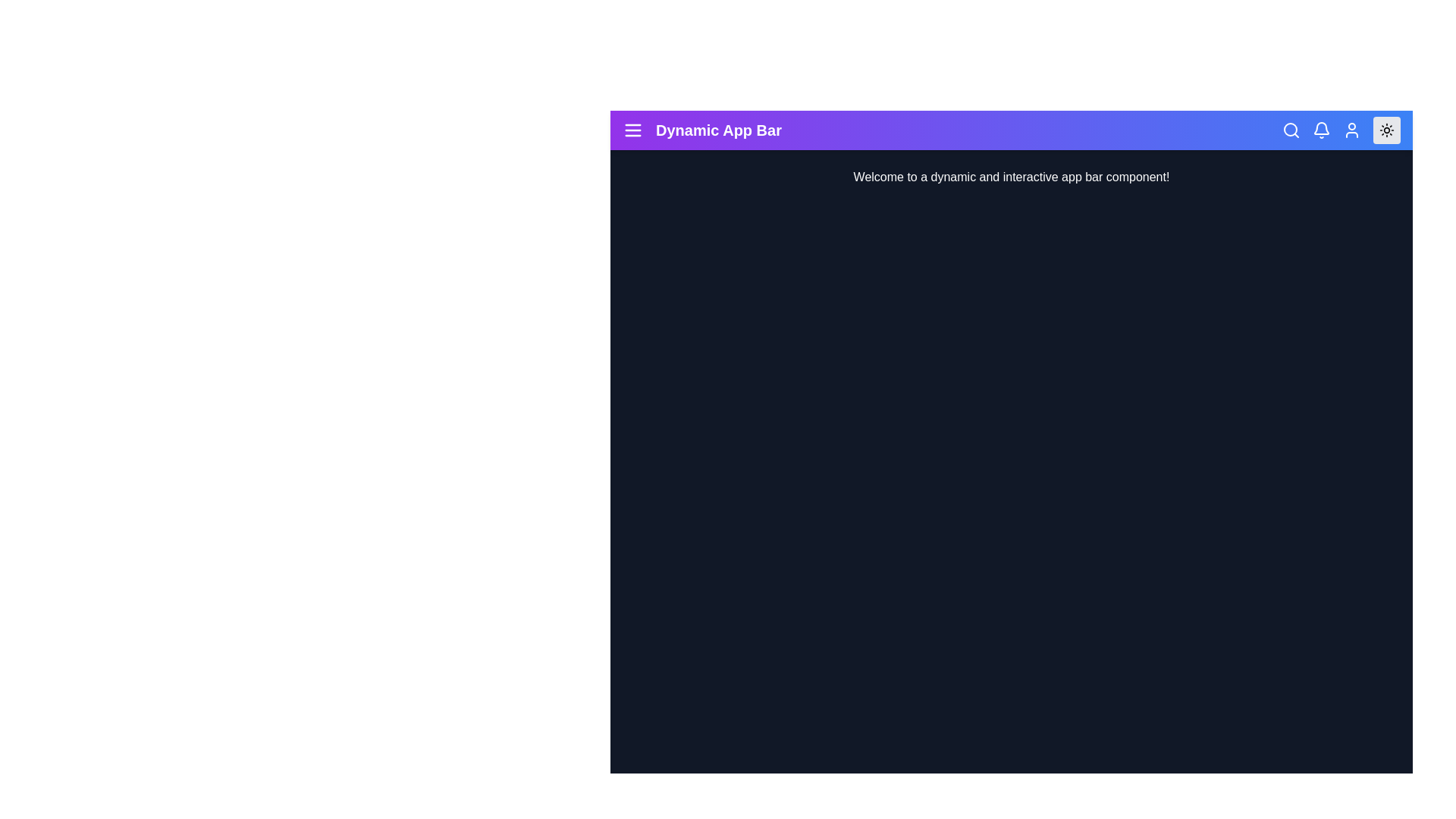 The height and width of the screenshot is (819, 1456). I want to click on the user profile icon to access user options, so click(1351, 130).